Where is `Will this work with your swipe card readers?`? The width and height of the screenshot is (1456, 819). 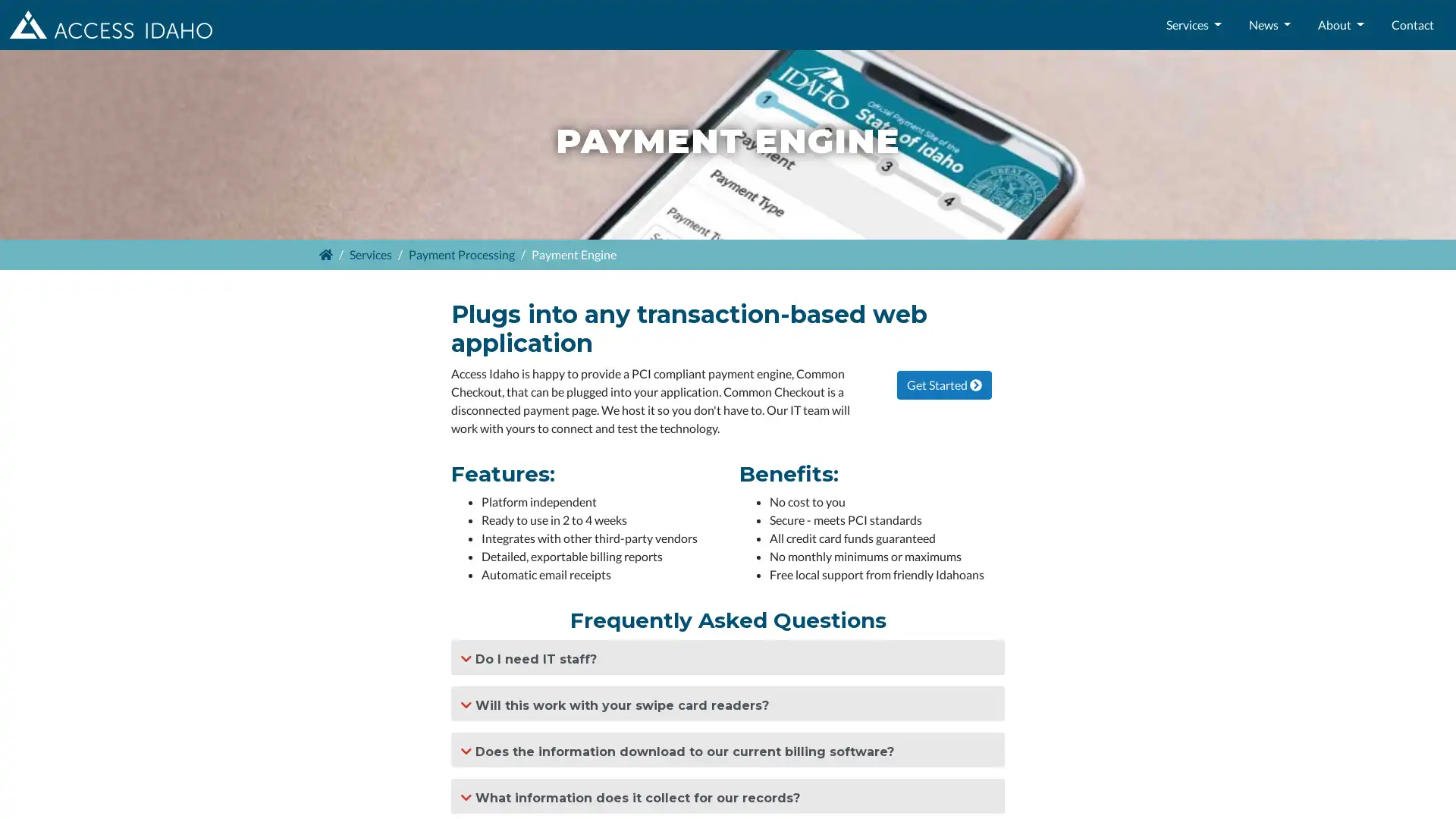 Will this work with your swipe card readers? is located at coordinates (728, 703).